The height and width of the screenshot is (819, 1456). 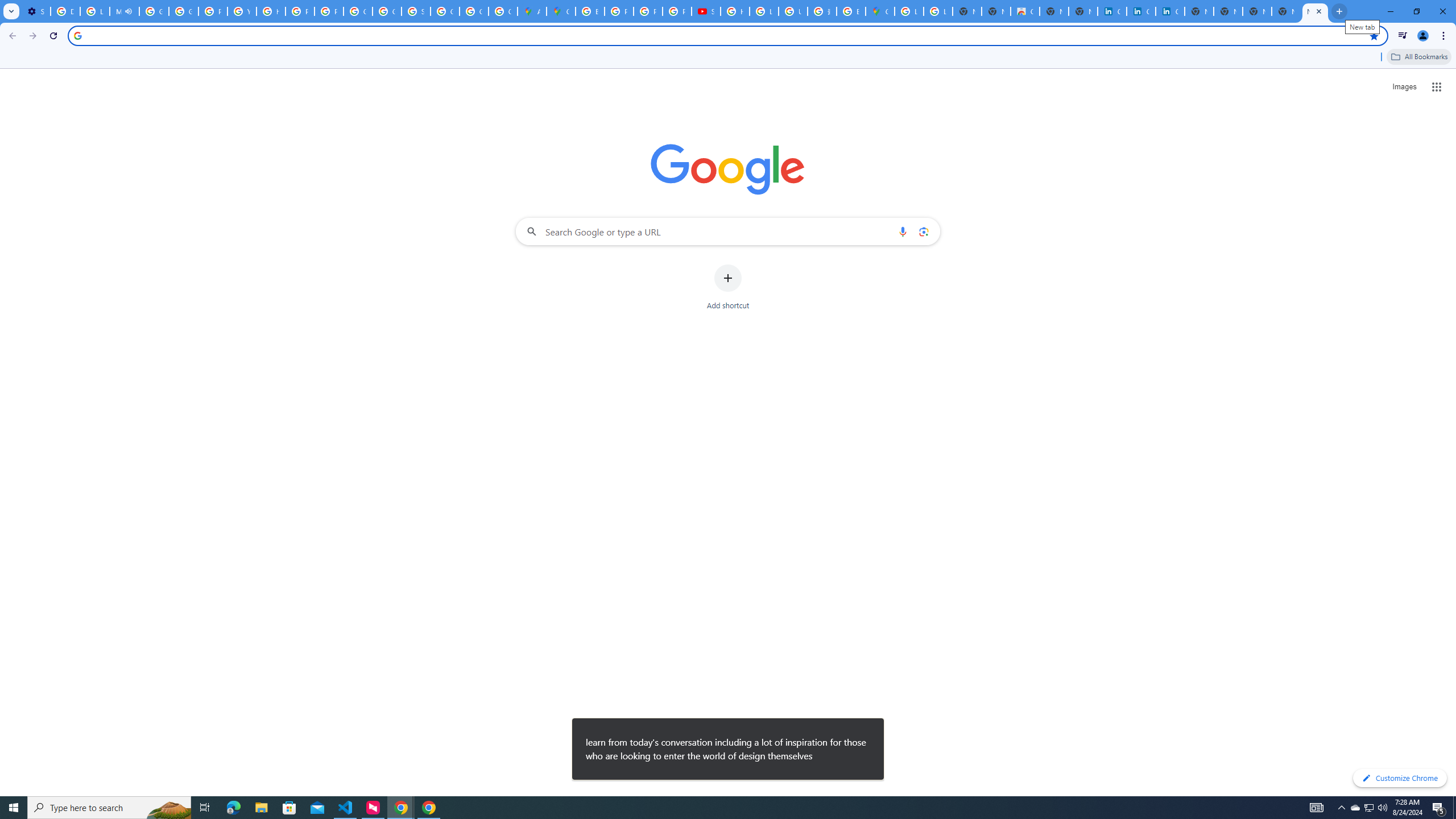 What do you see at coordinates (590, 11) in the screenshot?
I see `'Blogger Policies and Guidelines - Transparency Center'` at bounding box center [590, 11].